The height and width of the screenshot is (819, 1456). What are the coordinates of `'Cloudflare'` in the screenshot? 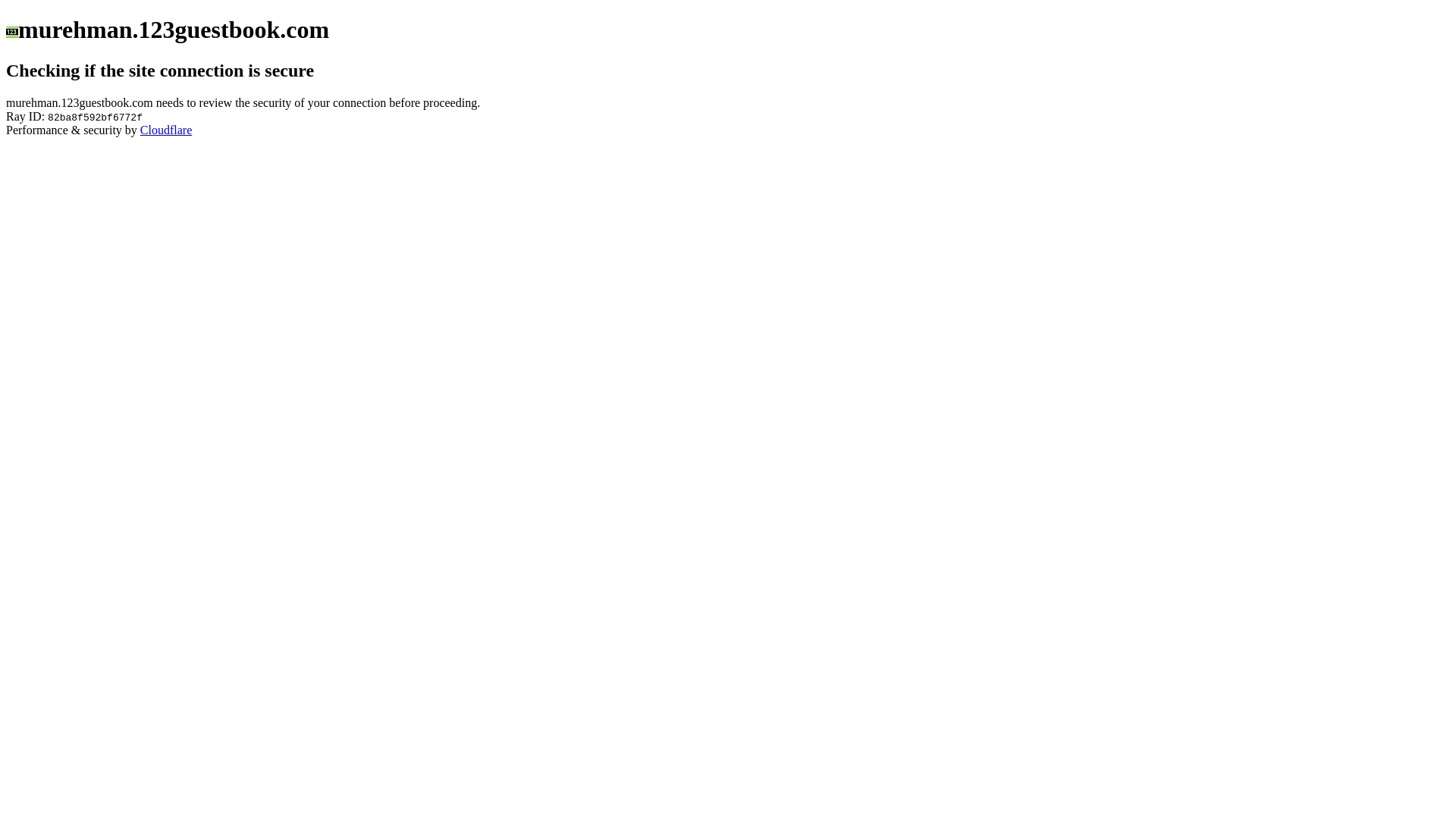 It's located at (140, 129).